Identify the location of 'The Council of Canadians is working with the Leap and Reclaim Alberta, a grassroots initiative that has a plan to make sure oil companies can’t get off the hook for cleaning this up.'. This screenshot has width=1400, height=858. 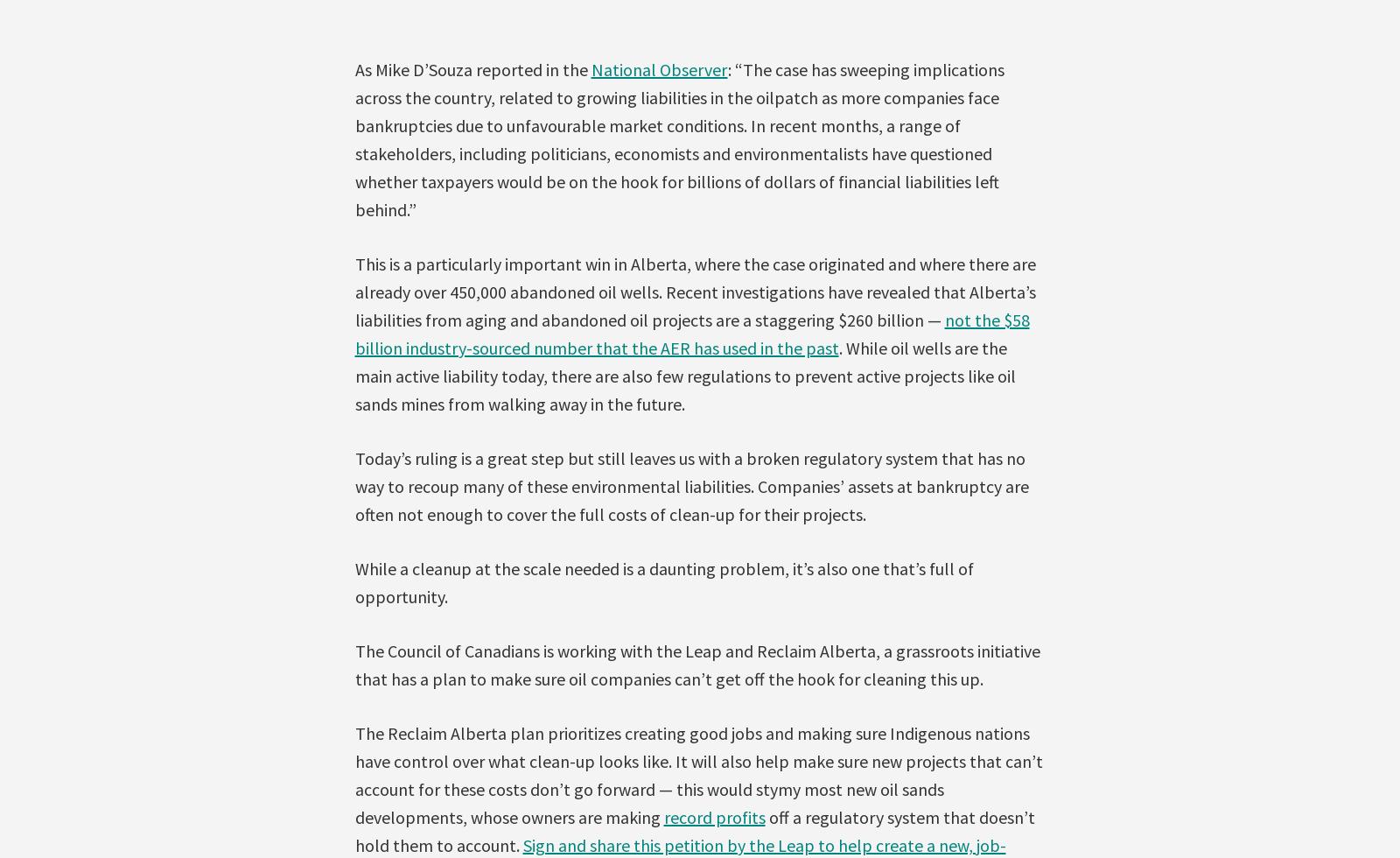
(353, 664).